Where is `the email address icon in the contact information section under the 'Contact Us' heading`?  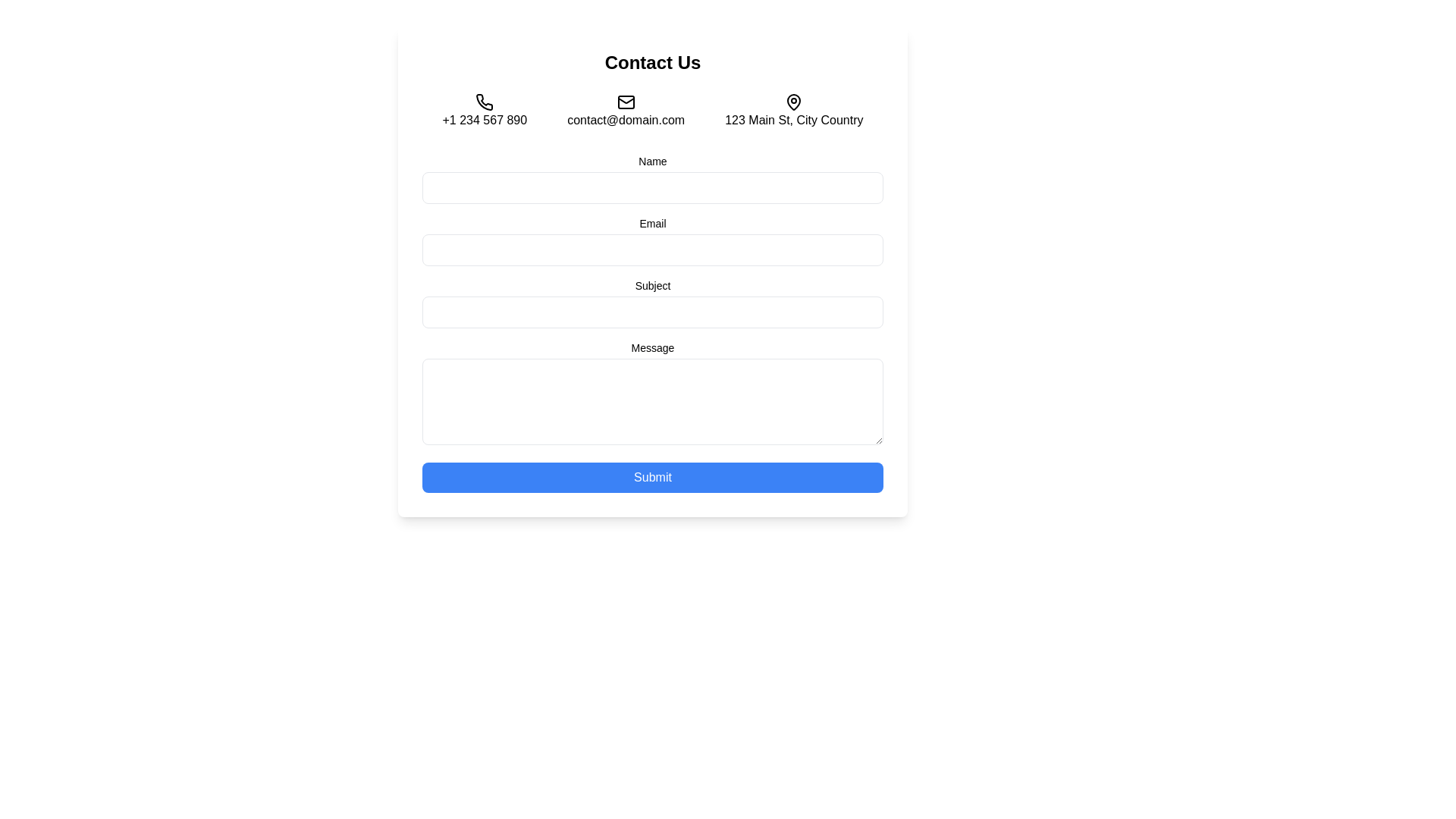 the email address icon in the contact information section under the 'Contact Us' heading is located at coordinates (652, 110).